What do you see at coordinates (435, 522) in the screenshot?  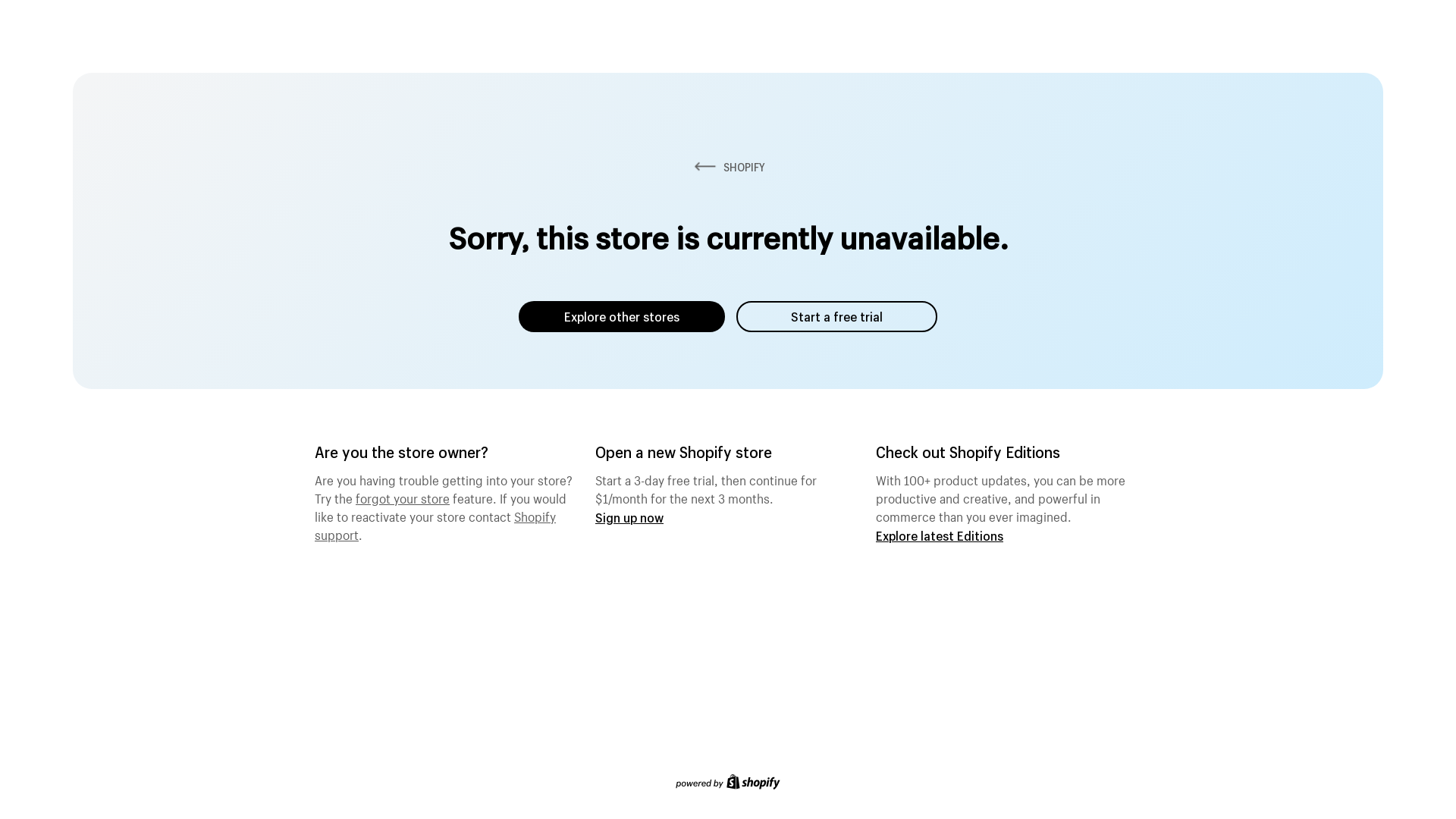 I see `'Shopify support'` at bounding box center [435, 522].